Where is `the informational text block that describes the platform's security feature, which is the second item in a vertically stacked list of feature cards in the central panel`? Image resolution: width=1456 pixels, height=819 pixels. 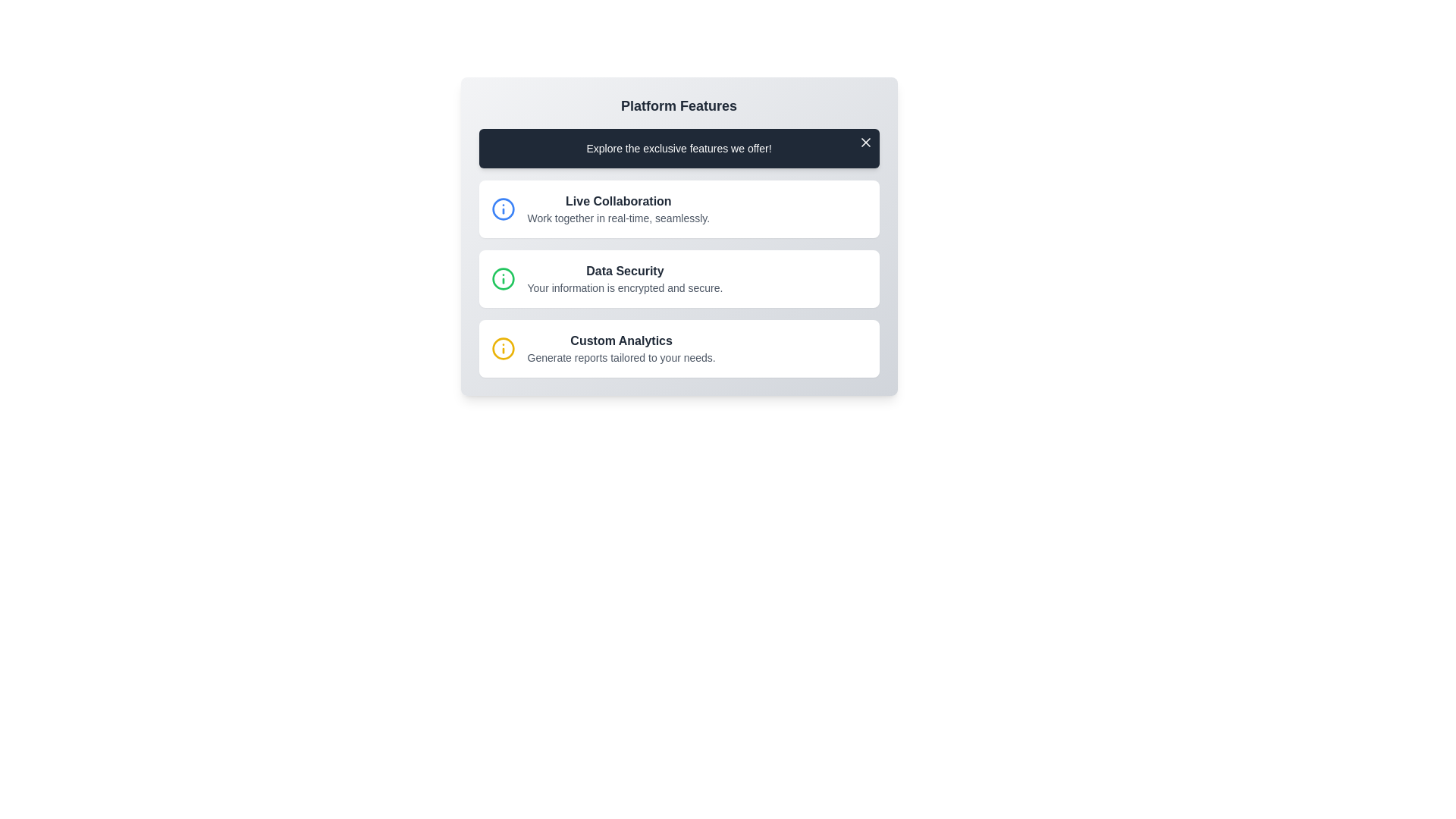
the informational text block that describes the platform's security feature, which is the second item in a vertically stacked list of feature cards in the central panel is located at coordinates (625, 278).